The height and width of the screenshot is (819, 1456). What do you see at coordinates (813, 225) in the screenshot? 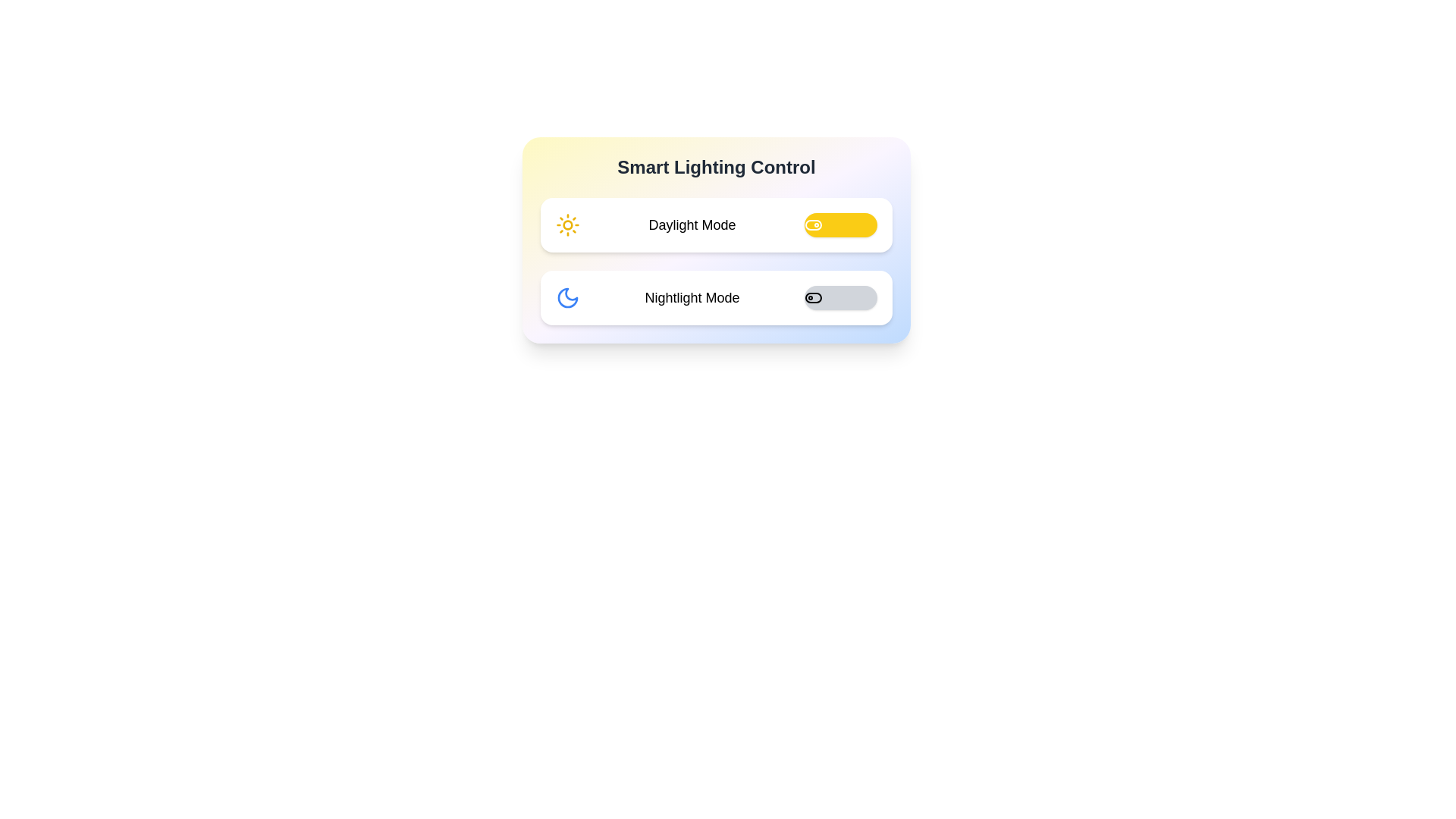
I see `the Toggle background of the 'Daylight Mode' option, which is a yellow rectangular shape with rounded corners located within the toggle component` at bounding box center [813, 225].